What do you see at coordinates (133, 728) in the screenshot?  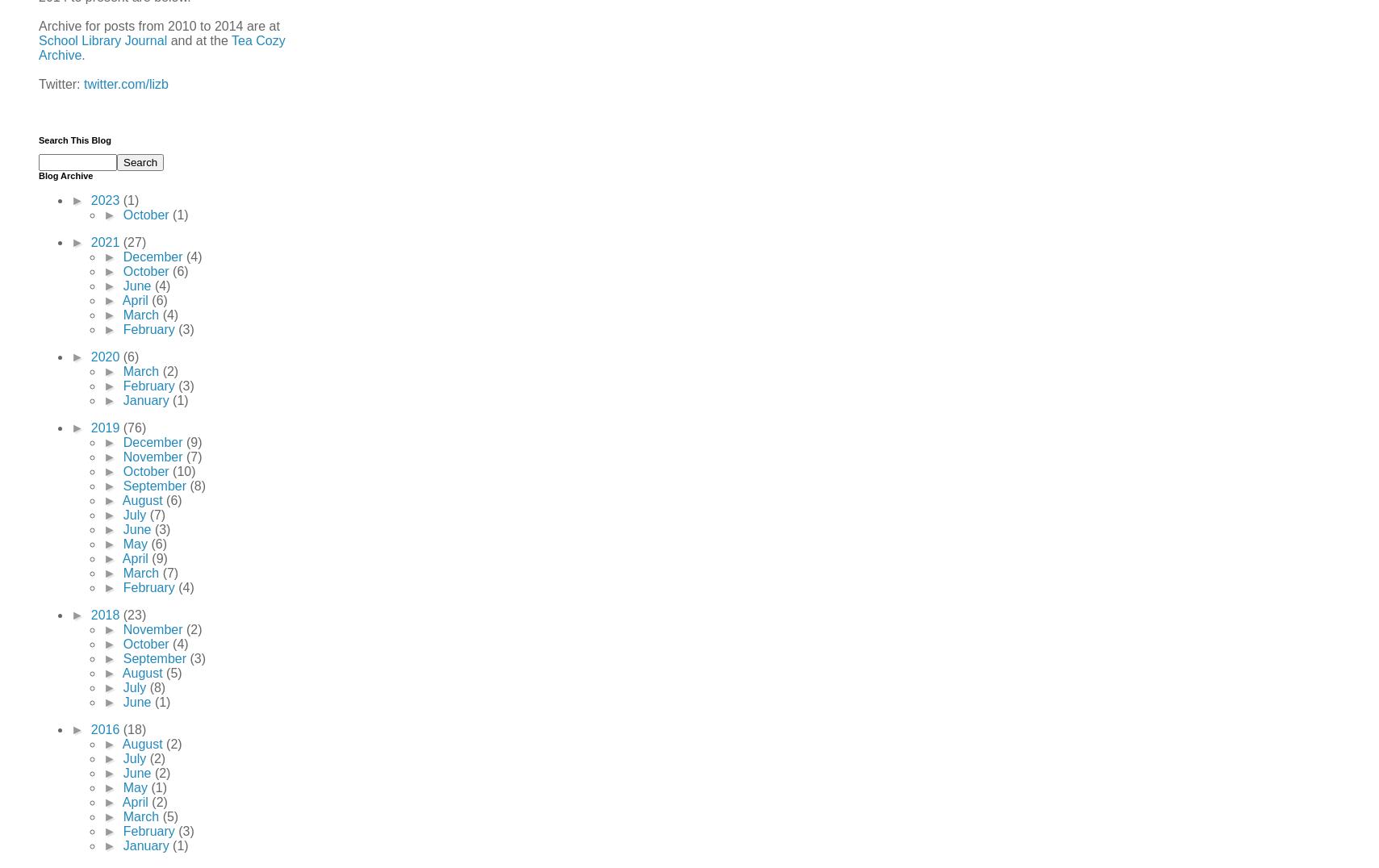 I see `'(18)'` at bounding box center [133, 728].